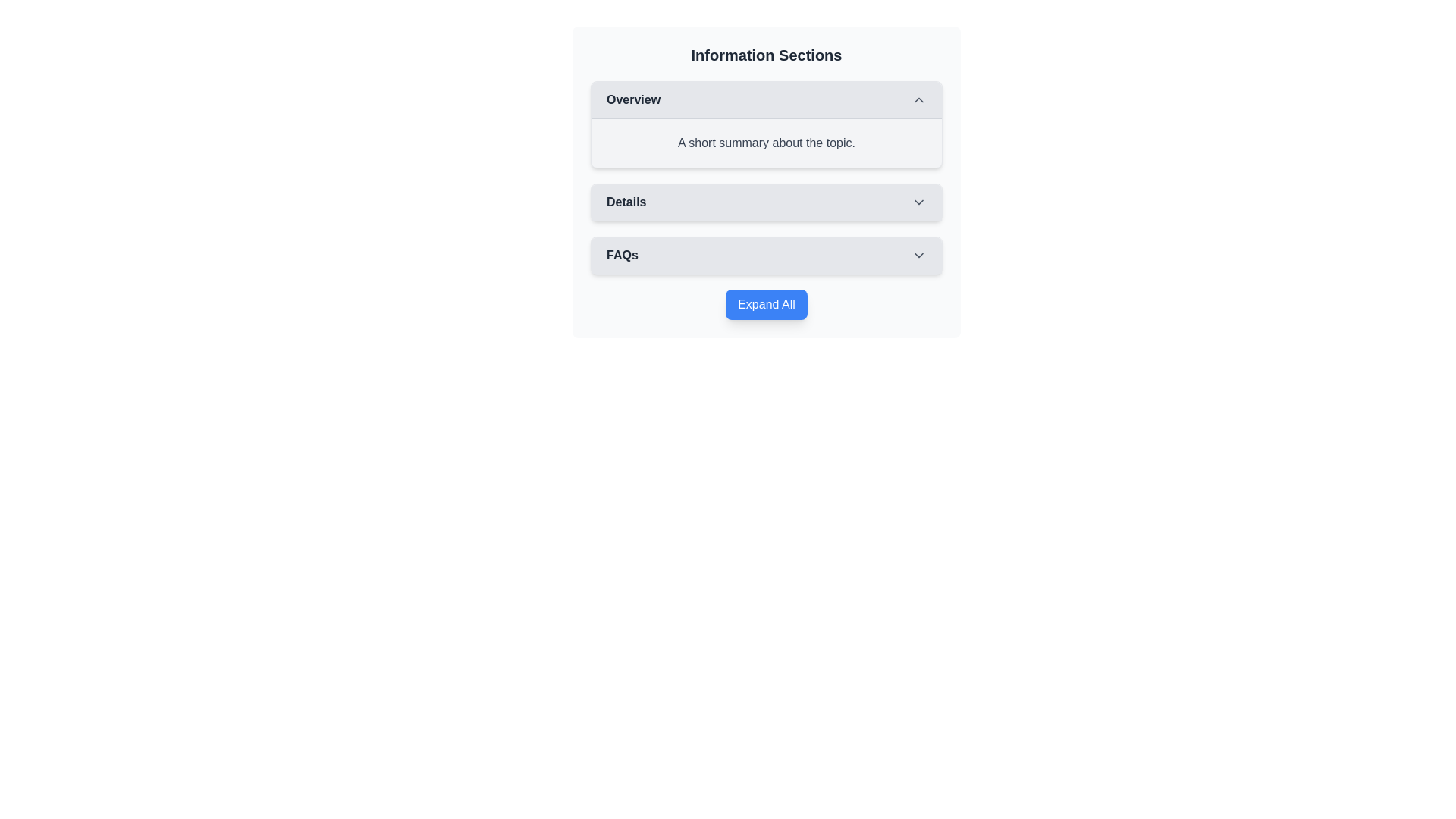 This screenshot has height=819, width=1456. What do you see at coordinates (767, 201) in the screenshot?
I see `the 'Details' button` at bounding box center [767, 201].